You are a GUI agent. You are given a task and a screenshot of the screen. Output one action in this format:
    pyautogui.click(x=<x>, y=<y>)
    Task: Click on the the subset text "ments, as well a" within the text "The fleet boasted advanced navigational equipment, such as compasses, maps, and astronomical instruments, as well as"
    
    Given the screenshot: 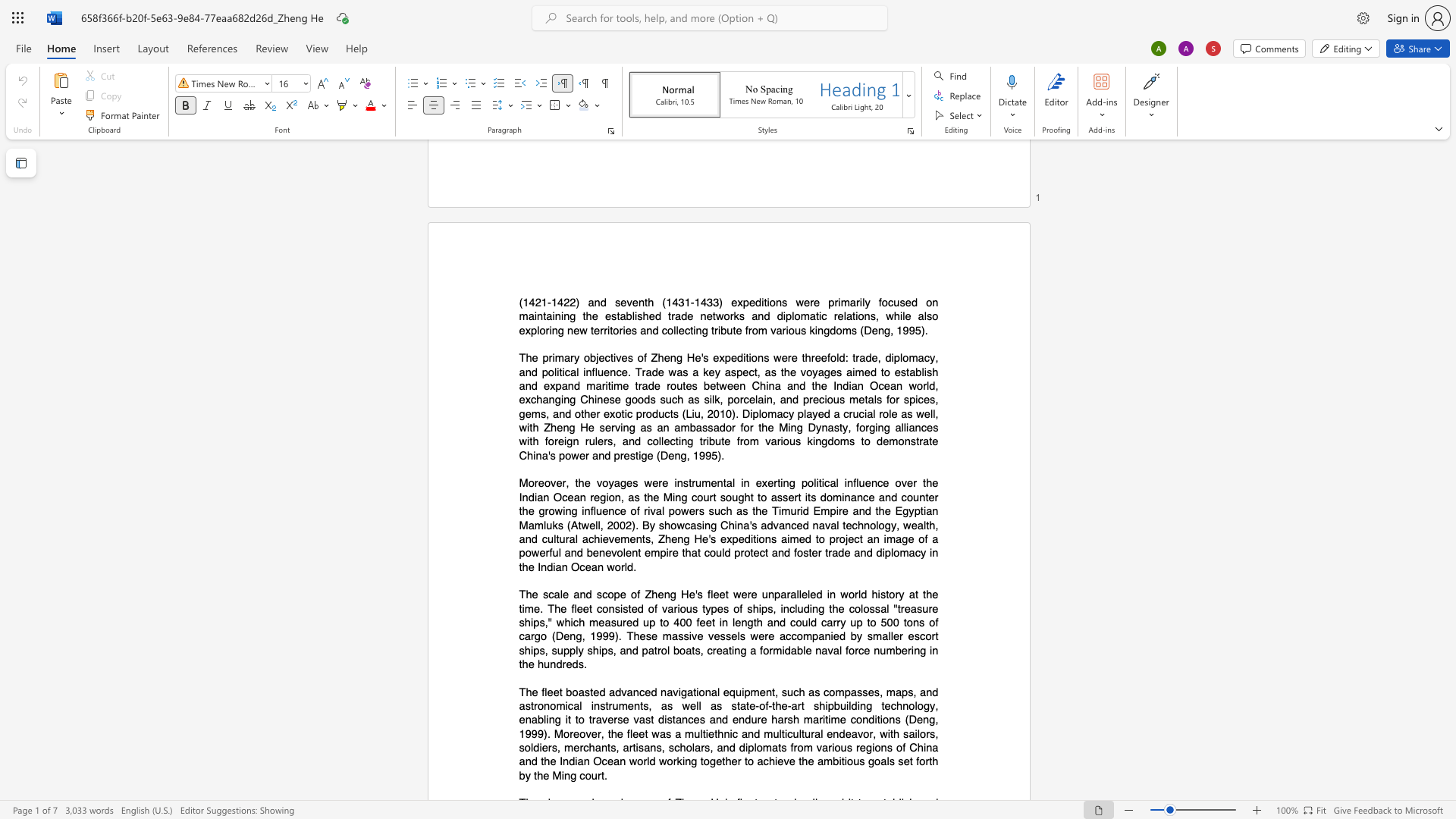 What is the action you would take?
    pyautogui.click(x=618, y=705)
    